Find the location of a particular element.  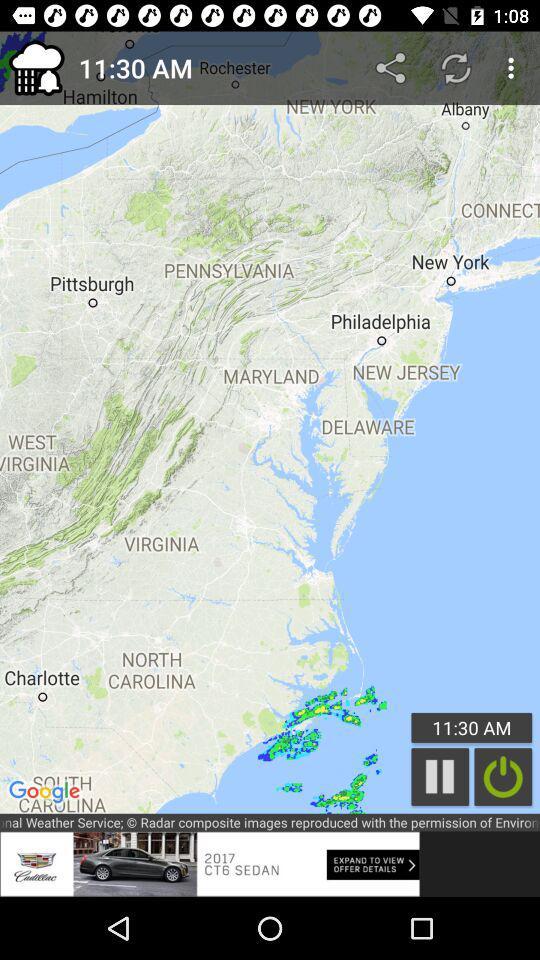

turn live monitoring off is located at coordinates (502, 776).